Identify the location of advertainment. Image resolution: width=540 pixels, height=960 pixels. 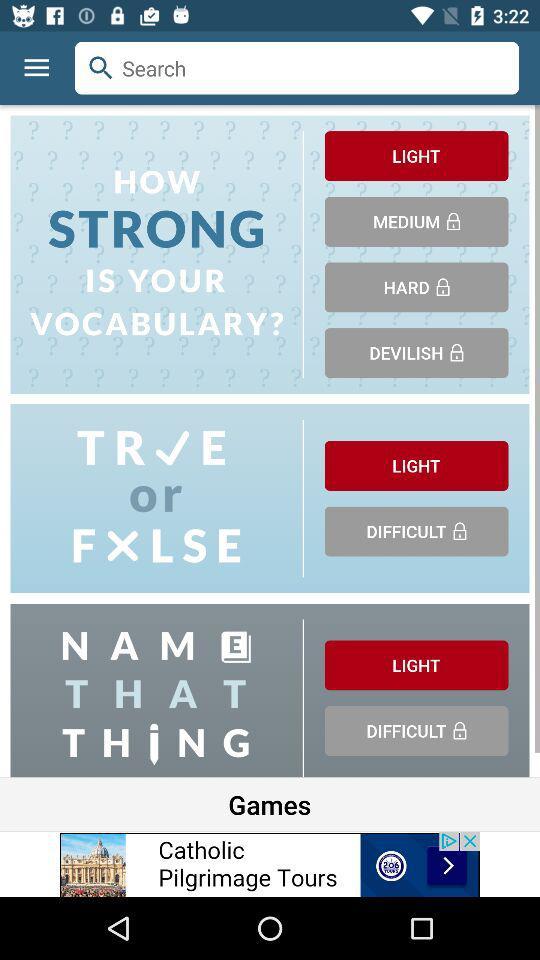
(270, 863).